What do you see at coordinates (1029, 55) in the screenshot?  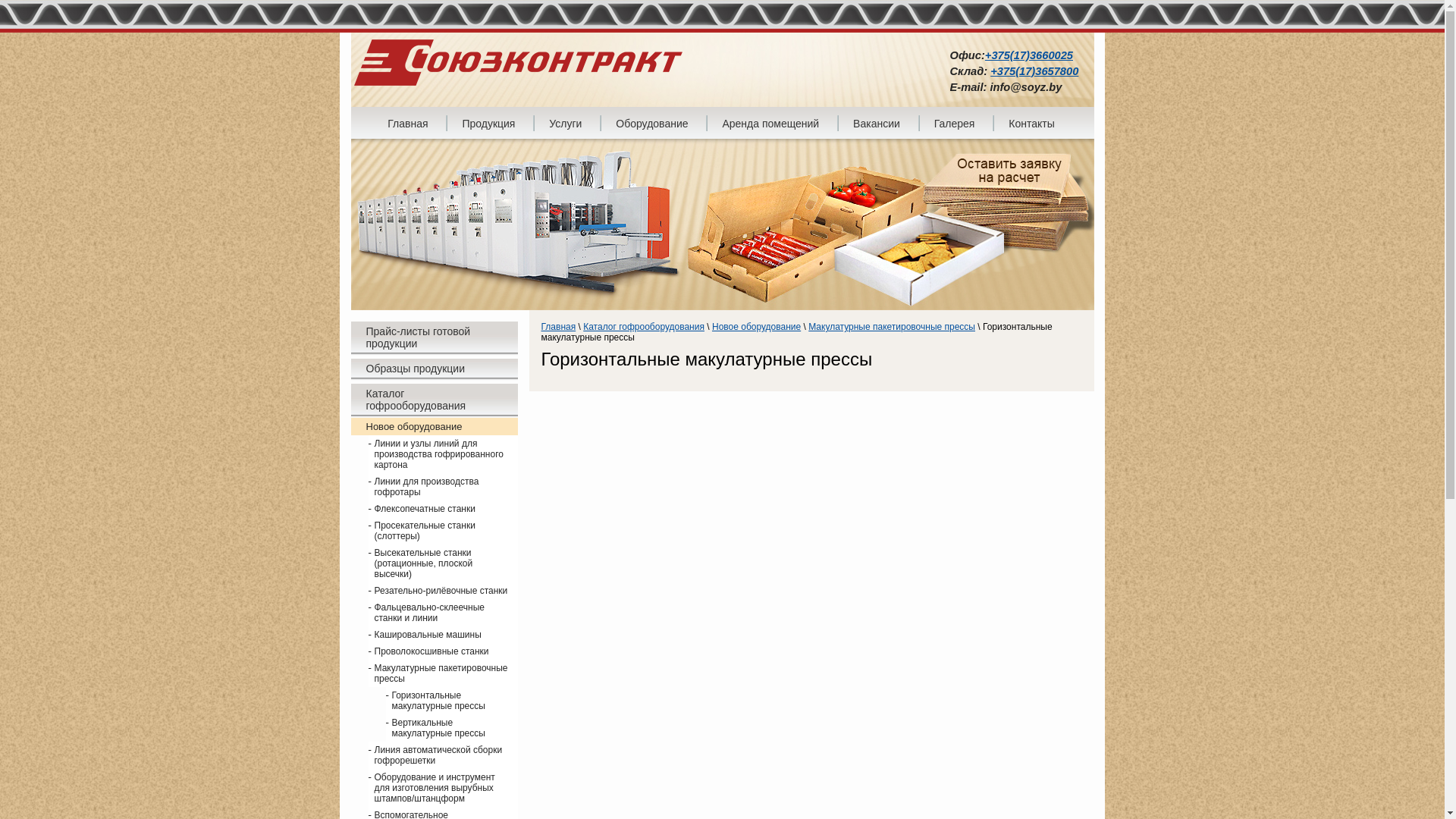 I see `'+375(17)3660025'` at bounding box center [1029, 55].